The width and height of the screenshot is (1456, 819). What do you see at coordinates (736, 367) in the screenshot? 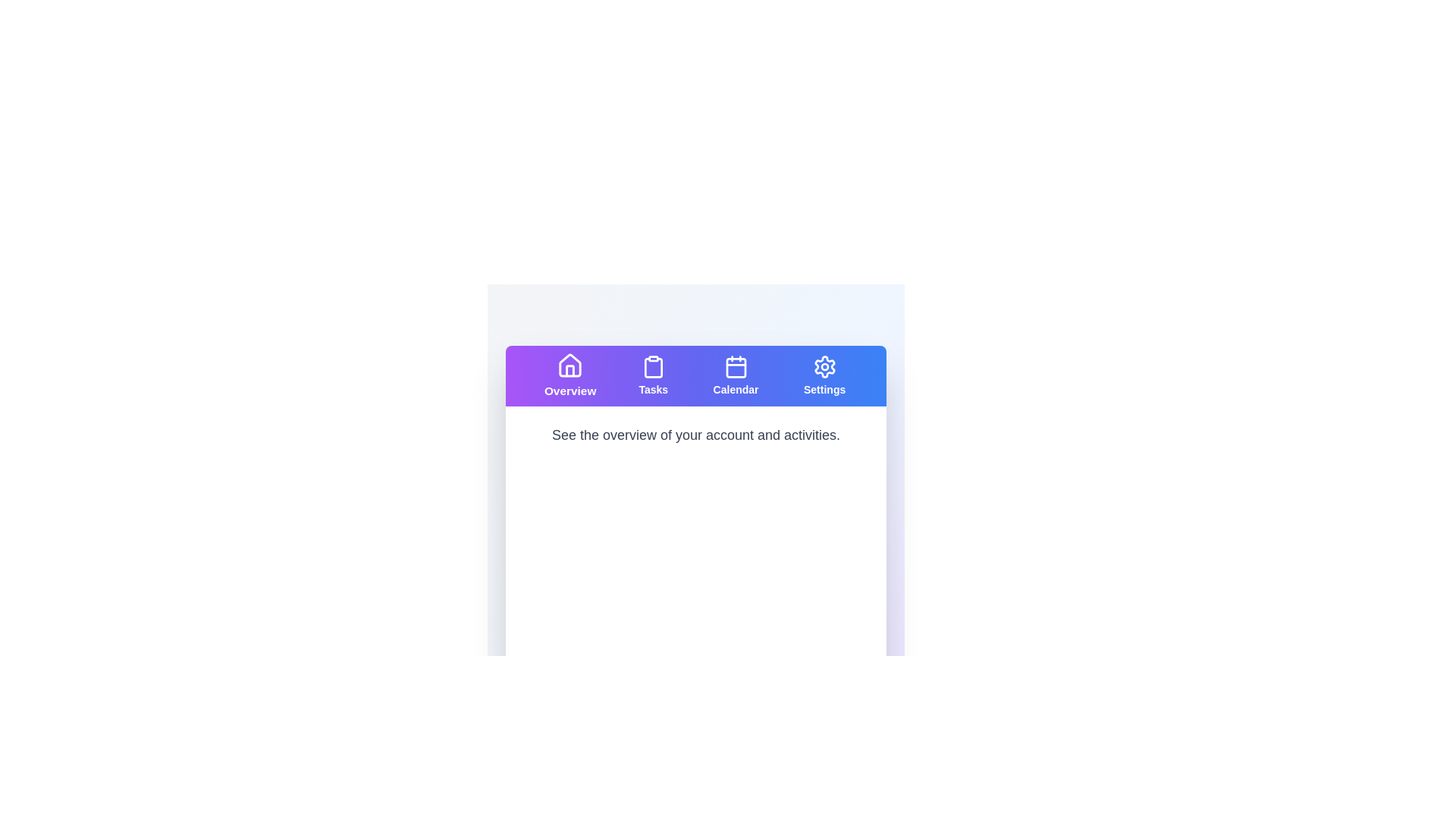
I see `the 'Calendar' icon located in the top navigation bar` at bounding box center [736, 367].